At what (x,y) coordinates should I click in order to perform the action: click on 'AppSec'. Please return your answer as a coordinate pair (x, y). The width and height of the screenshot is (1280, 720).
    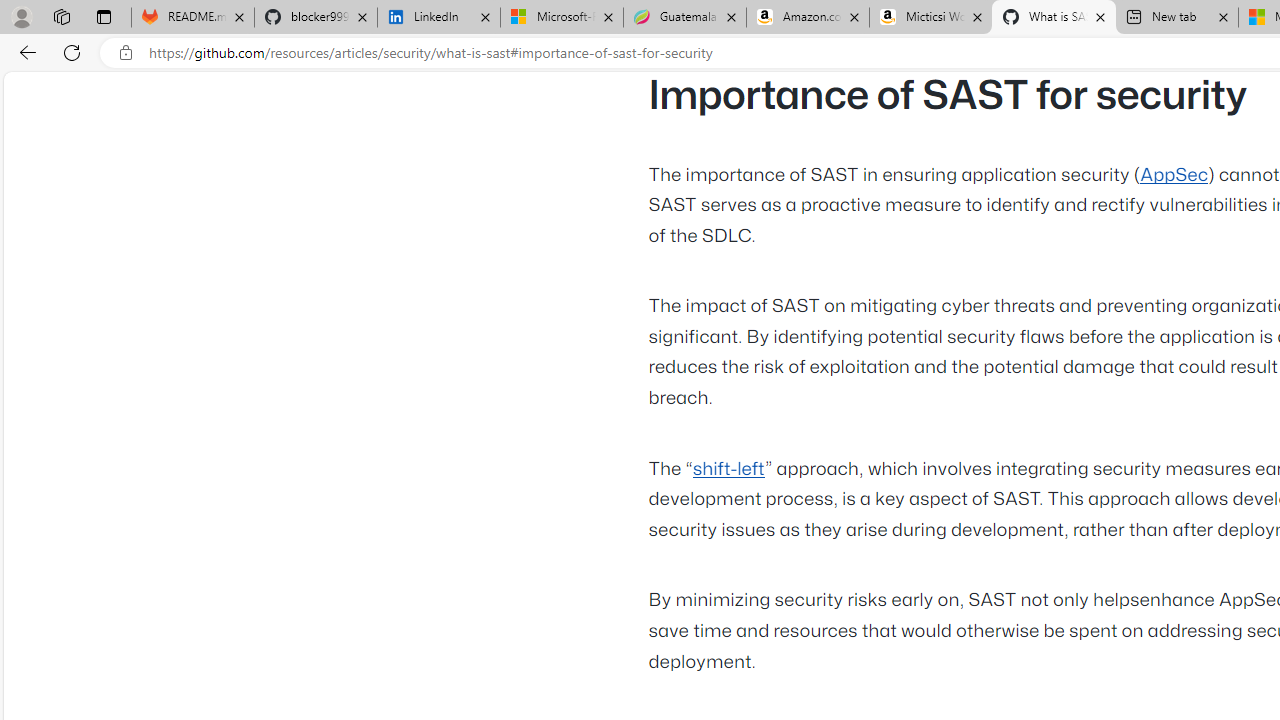
    Looking at the image, I should click on (1174, 174).